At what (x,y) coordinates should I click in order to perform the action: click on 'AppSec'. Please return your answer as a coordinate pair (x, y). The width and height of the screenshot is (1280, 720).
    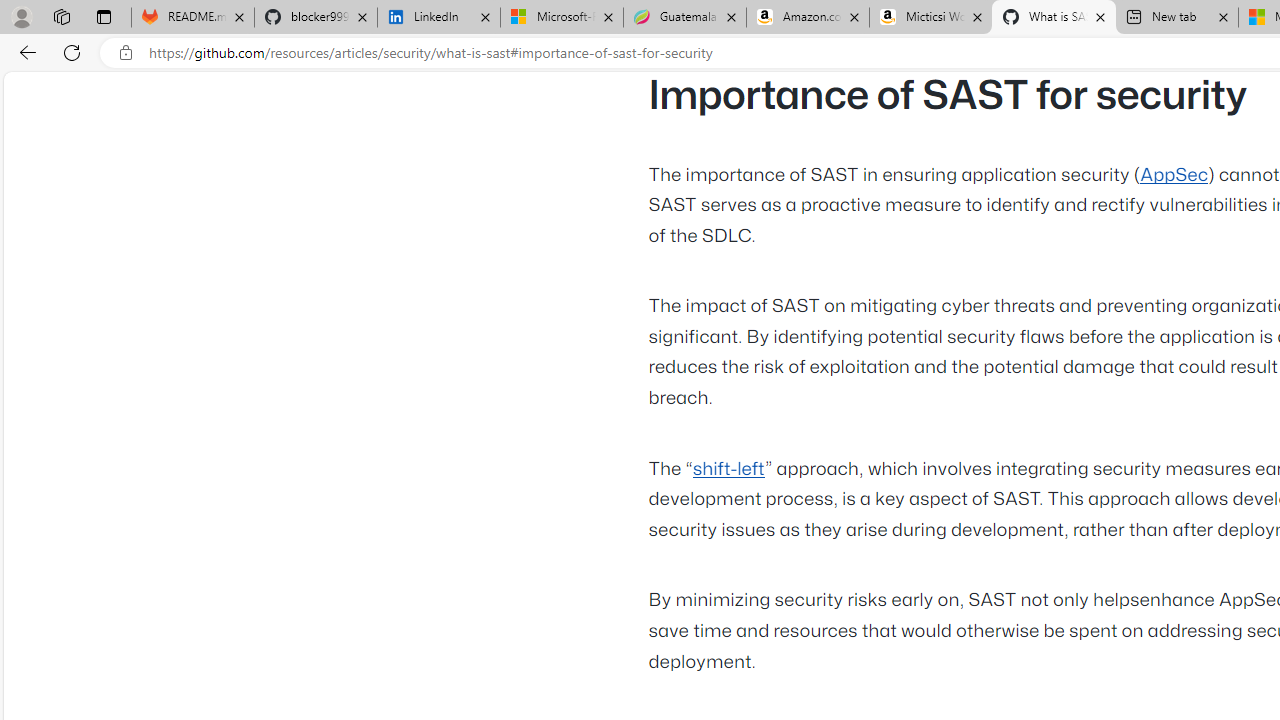
    Looking at the image, I should click on (1174, 174).